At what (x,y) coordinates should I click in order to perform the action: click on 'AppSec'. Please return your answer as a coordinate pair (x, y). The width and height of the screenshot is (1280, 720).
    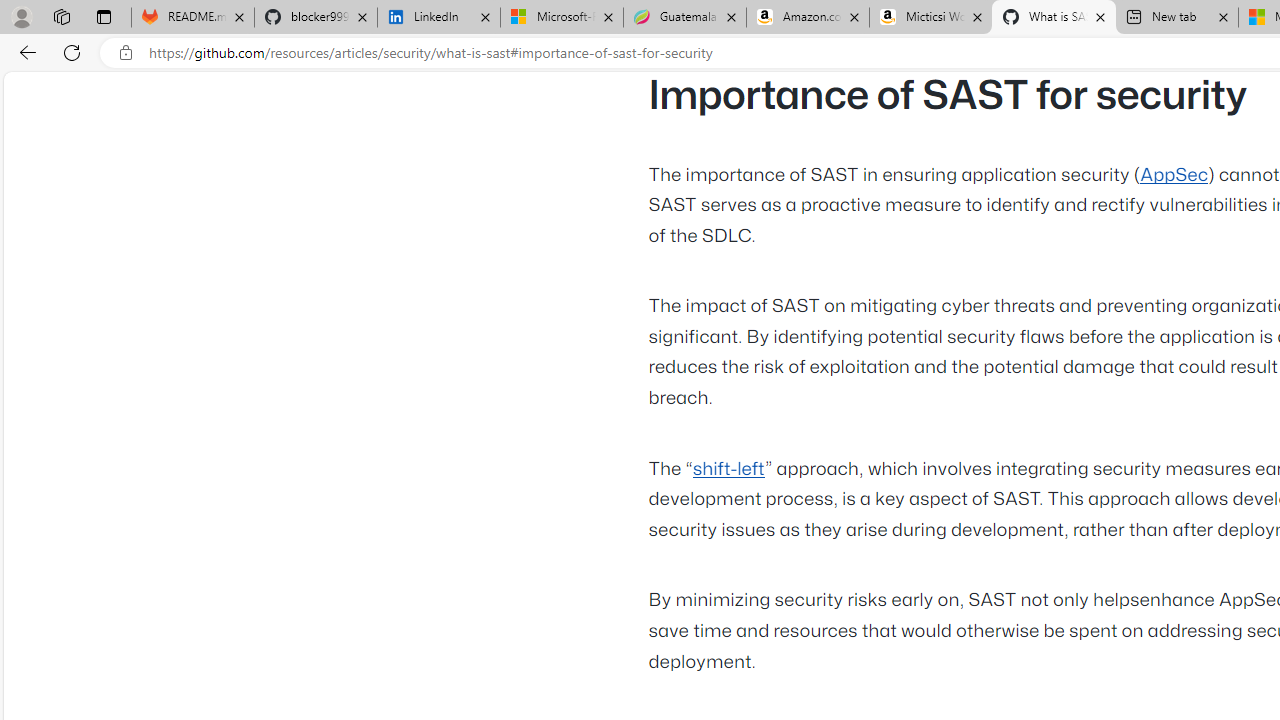
    Looking at the image, I should click on (1174, 174).